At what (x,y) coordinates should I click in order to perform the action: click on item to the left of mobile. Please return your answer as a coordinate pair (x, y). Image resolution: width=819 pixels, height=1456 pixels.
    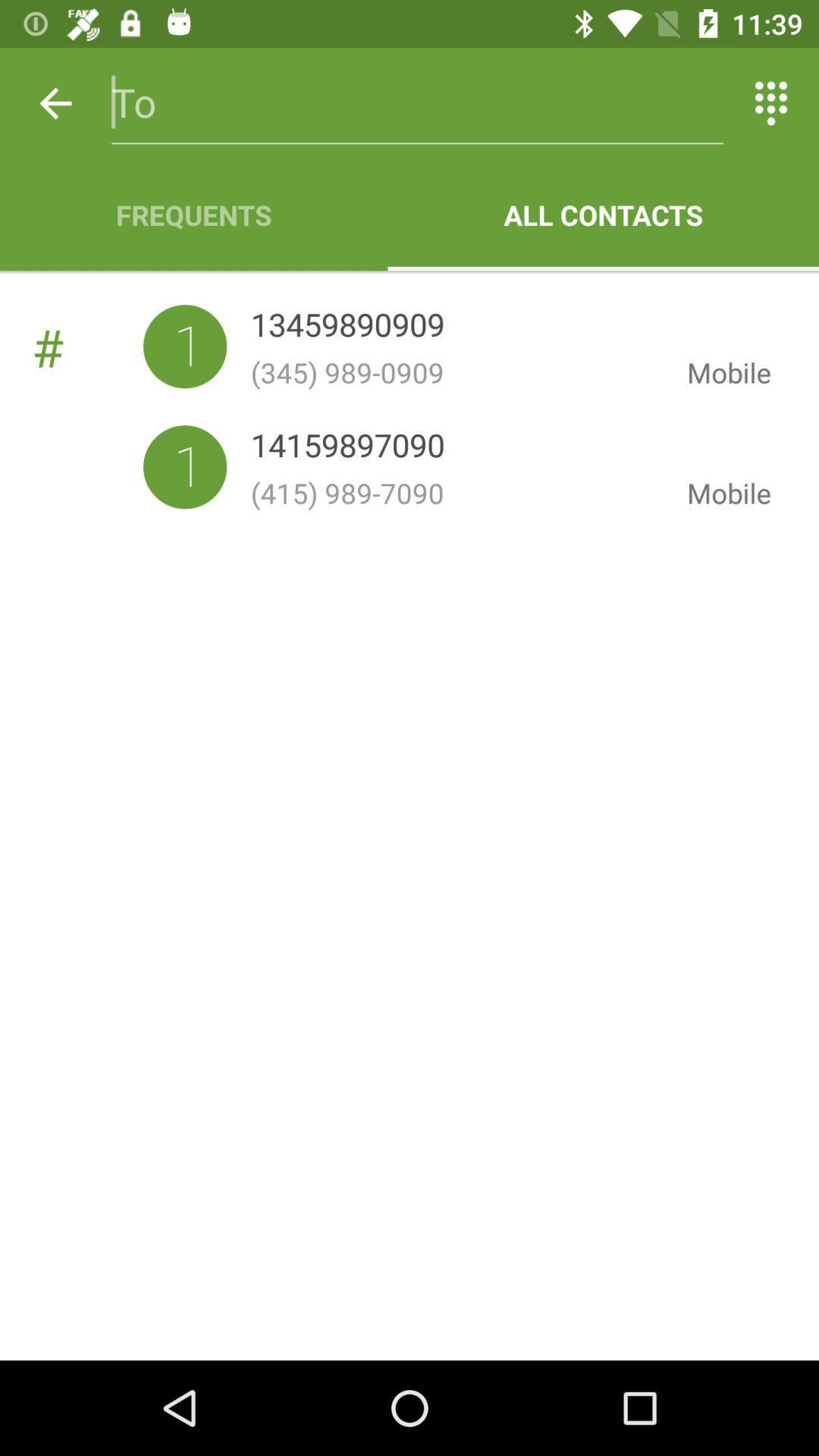
    Looking at the image, I should click on (347, 327).